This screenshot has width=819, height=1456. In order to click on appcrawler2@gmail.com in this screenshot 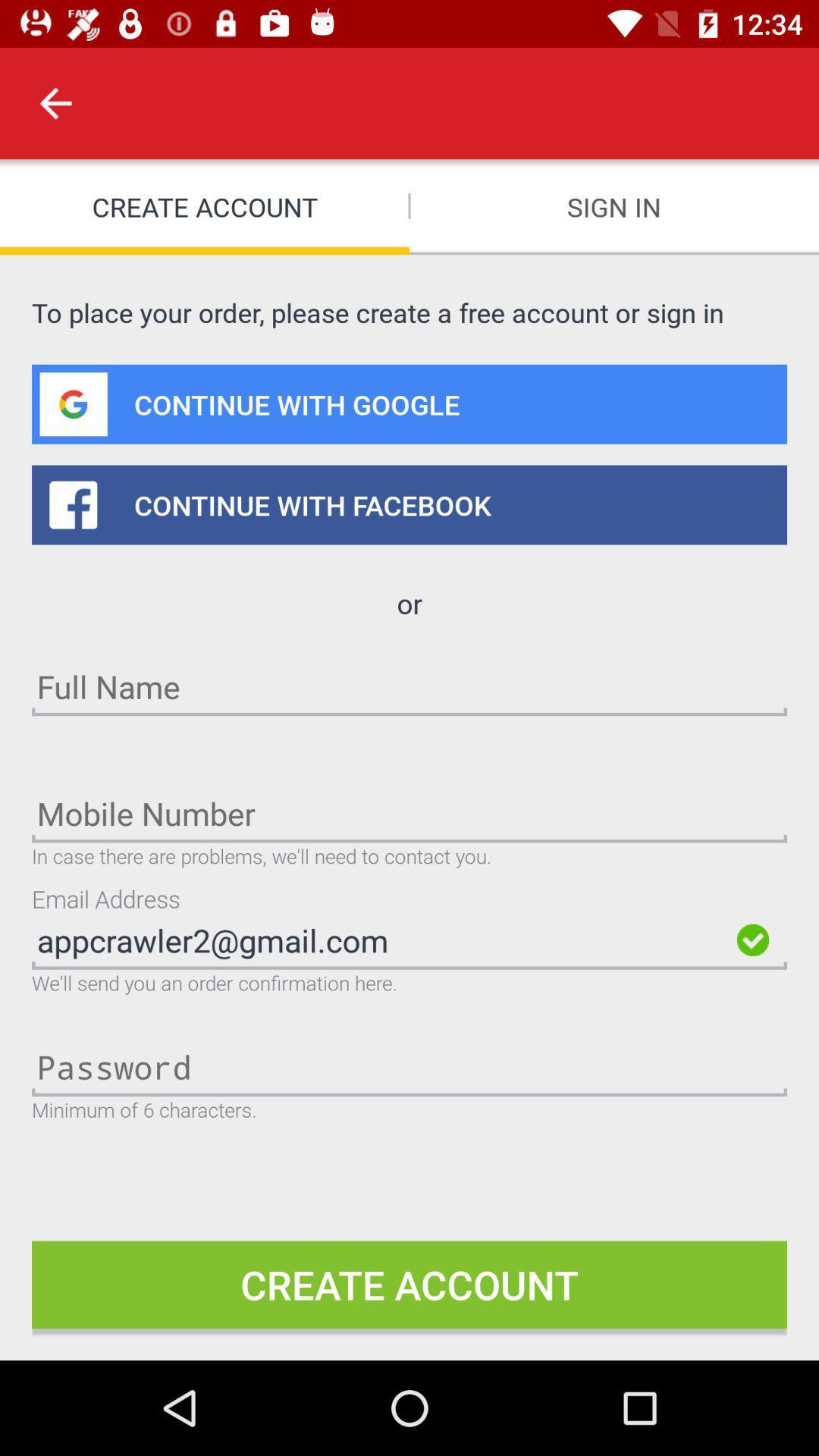, I will do `click(379, 939)`.